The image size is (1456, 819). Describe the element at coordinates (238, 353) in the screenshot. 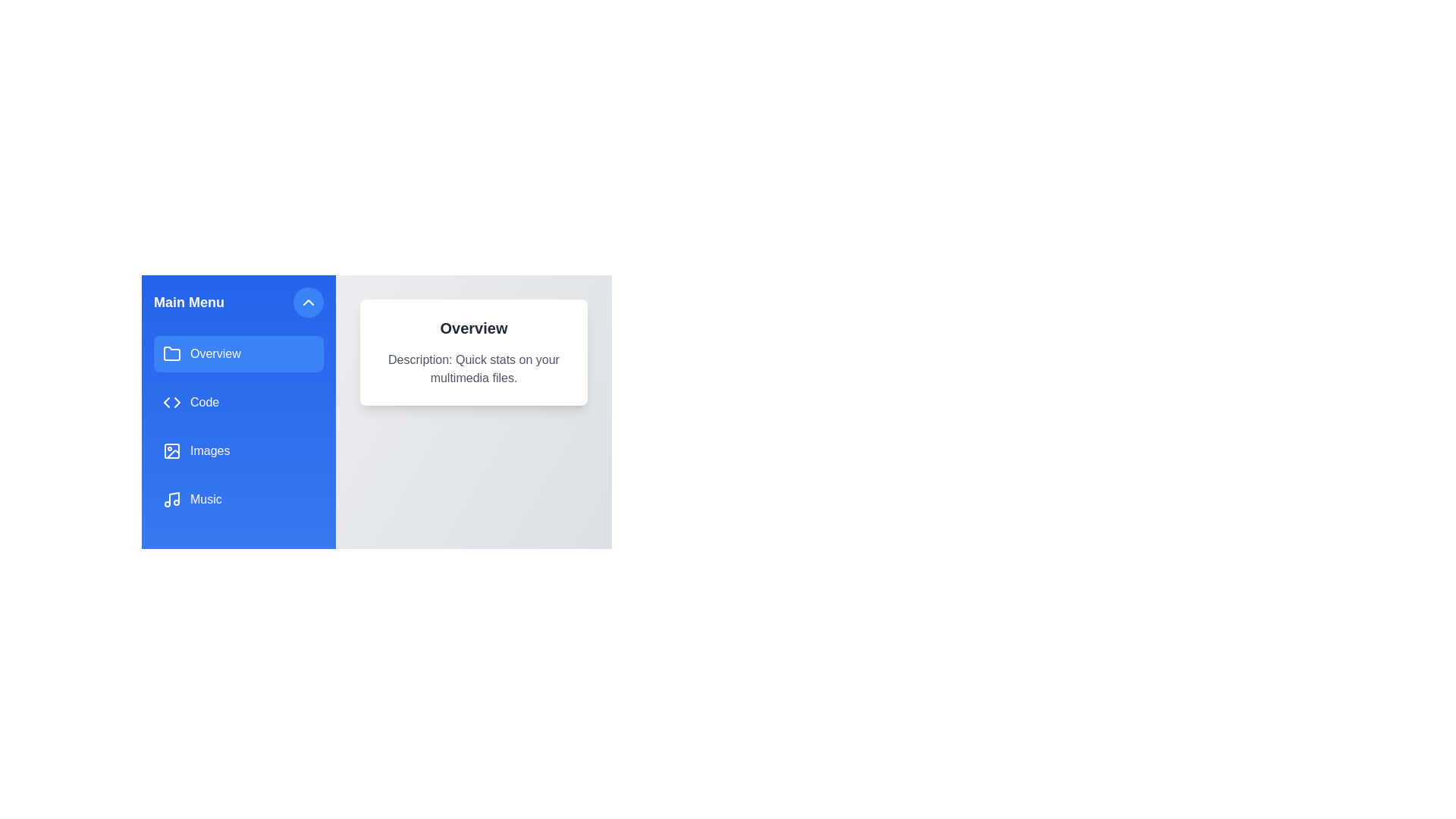

I see `the 'Overview' button located at the top of the sidebar menu` at that location.